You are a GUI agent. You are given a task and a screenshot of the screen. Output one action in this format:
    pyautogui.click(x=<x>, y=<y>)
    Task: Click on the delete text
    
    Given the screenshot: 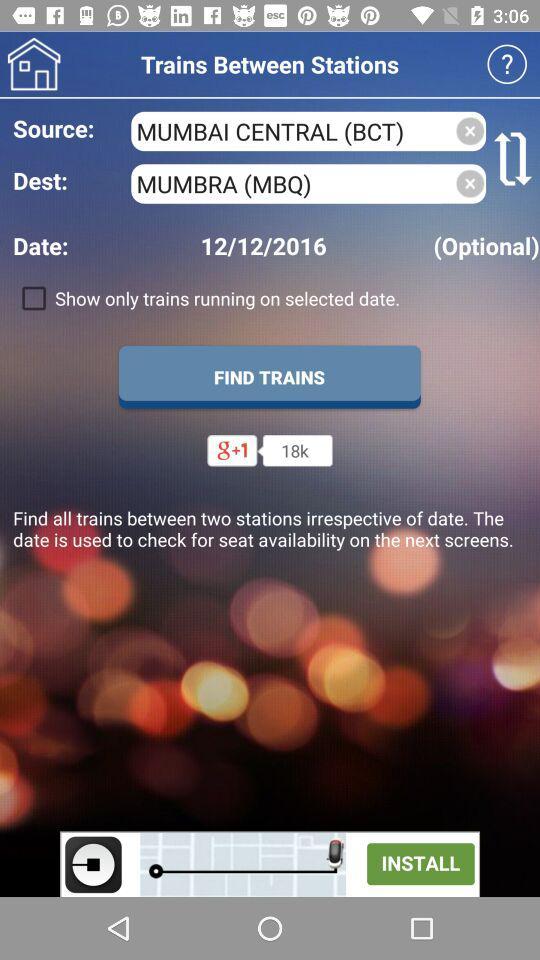 What is the action you would take?
    pyautogui.click(x=470, y=130)
    